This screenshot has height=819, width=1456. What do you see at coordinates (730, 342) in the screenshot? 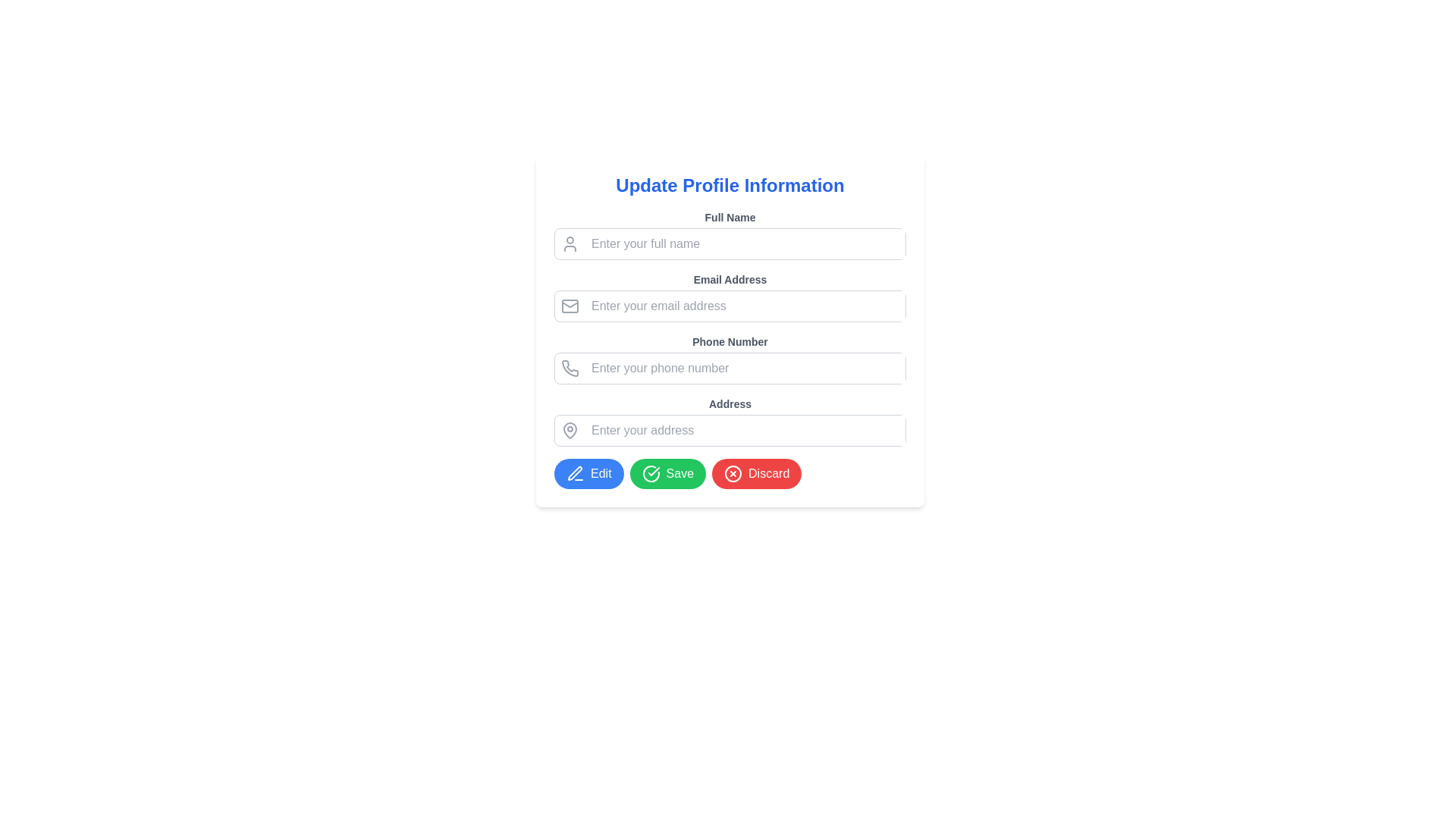
I see `the 'Phone Number' text label, which is prominently displayed in a bold and gray font, located within the 'Update Profile Information' form, directly above the phone number input field` at bounding box center [730, 342].